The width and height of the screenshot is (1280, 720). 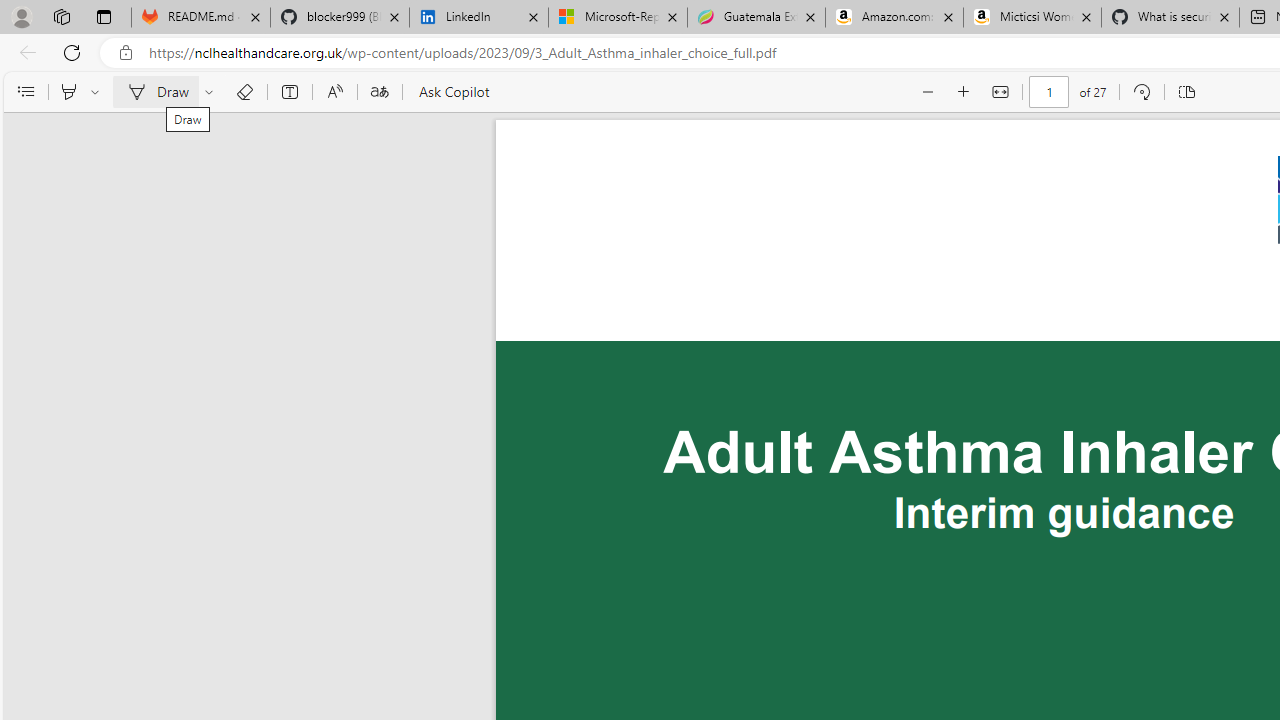 What do you see at coordinates (212, 92) in the screenshot?
I see `'Select ink properties'` at bounding box center [212, 92].